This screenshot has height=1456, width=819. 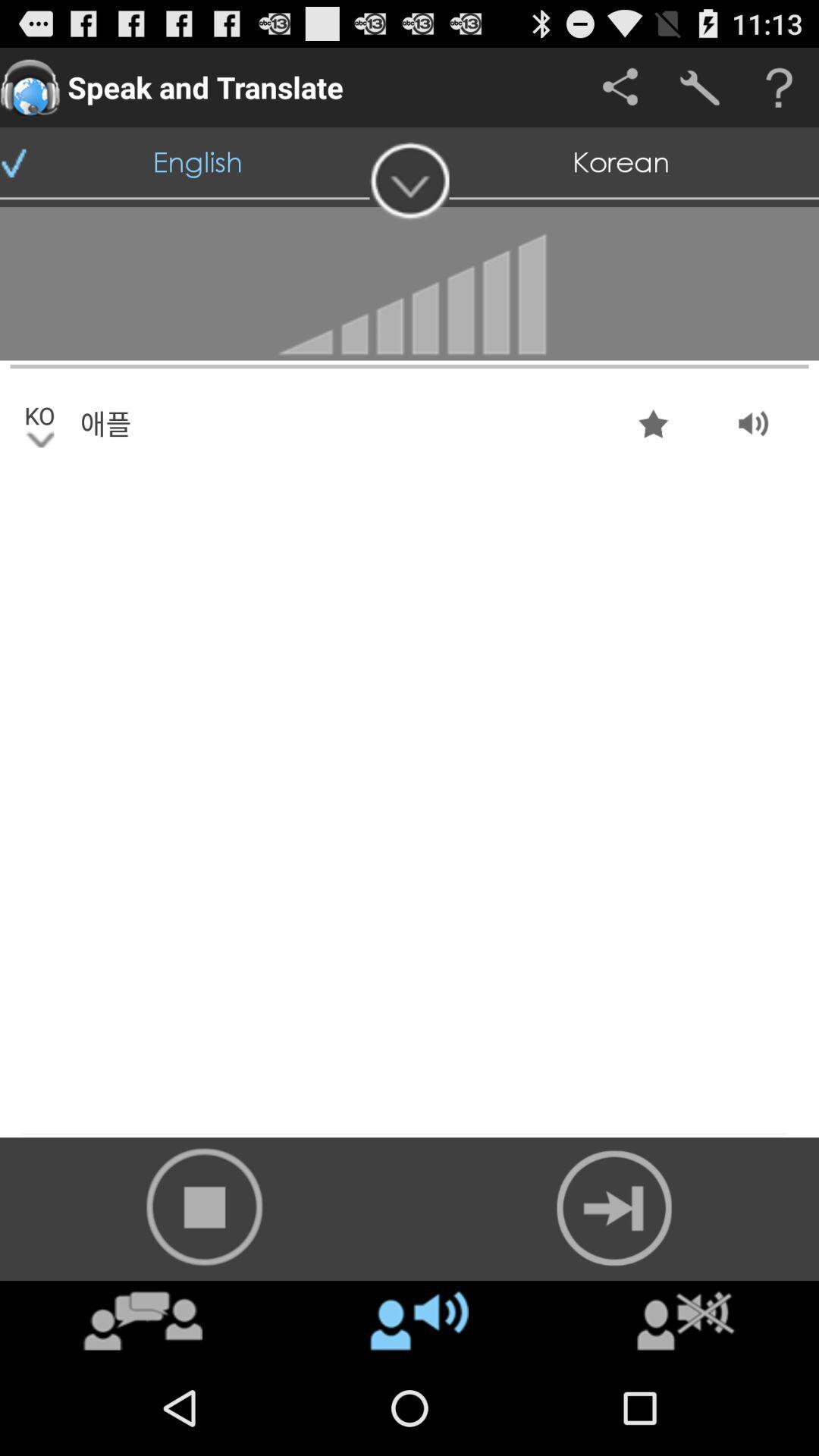 What do you see at coordinates (620, 86) in the screenshot?
I see `share this page` at bounding box center [620, 86].